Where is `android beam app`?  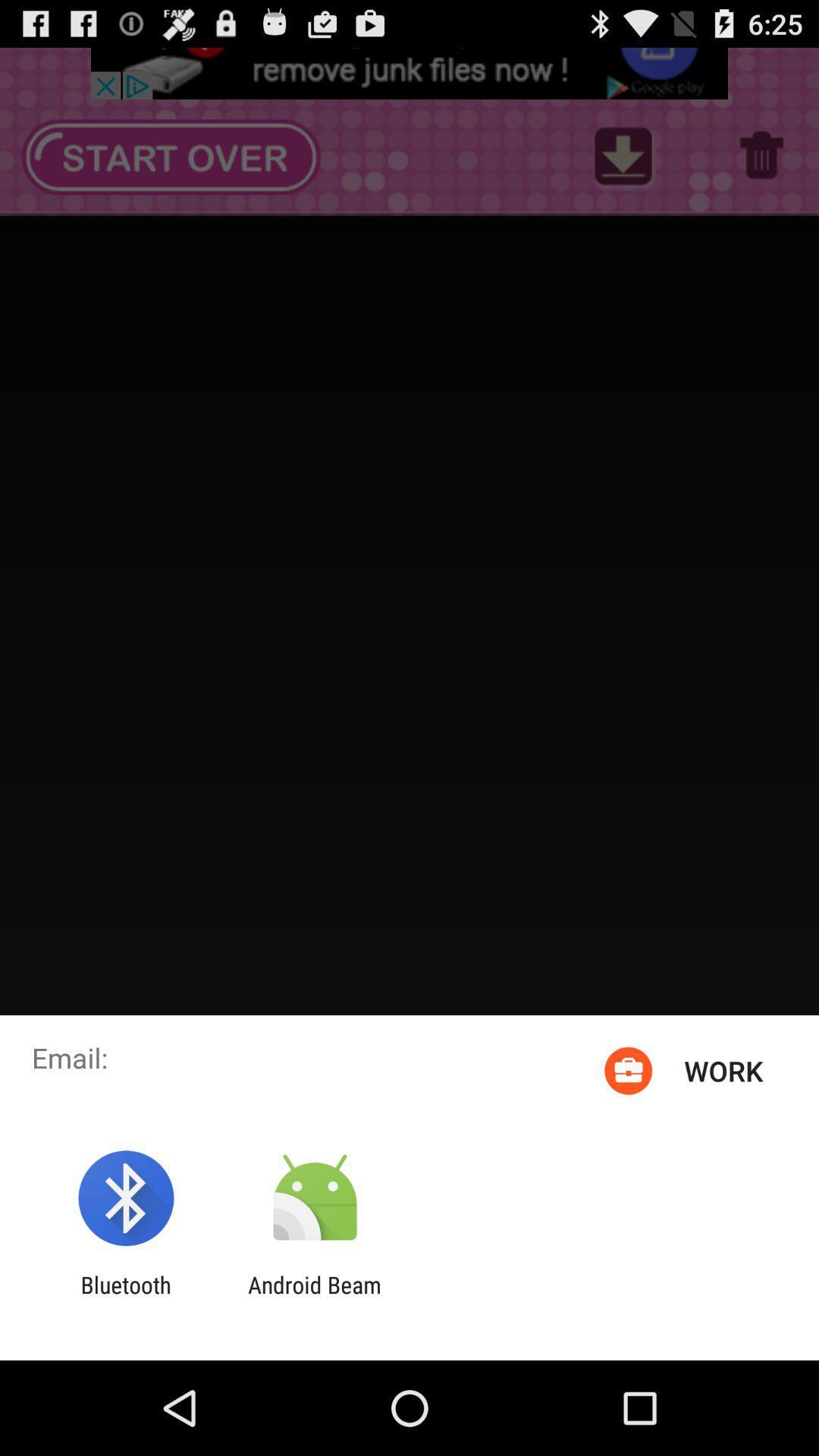
android beam app is located at coordinates (314, 1298).